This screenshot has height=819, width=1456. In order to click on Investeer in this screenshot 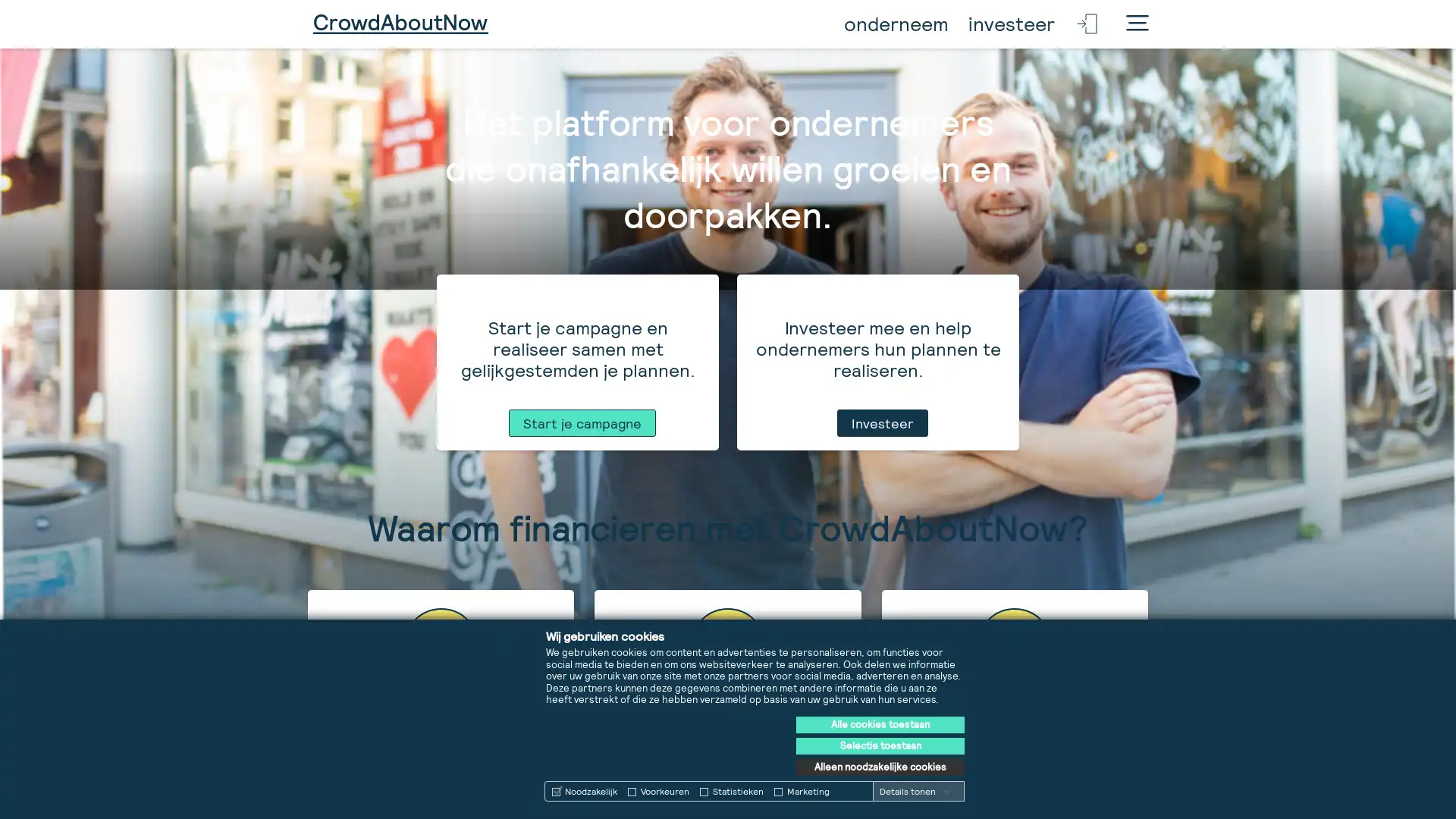, I will do `click(882, 795)`.